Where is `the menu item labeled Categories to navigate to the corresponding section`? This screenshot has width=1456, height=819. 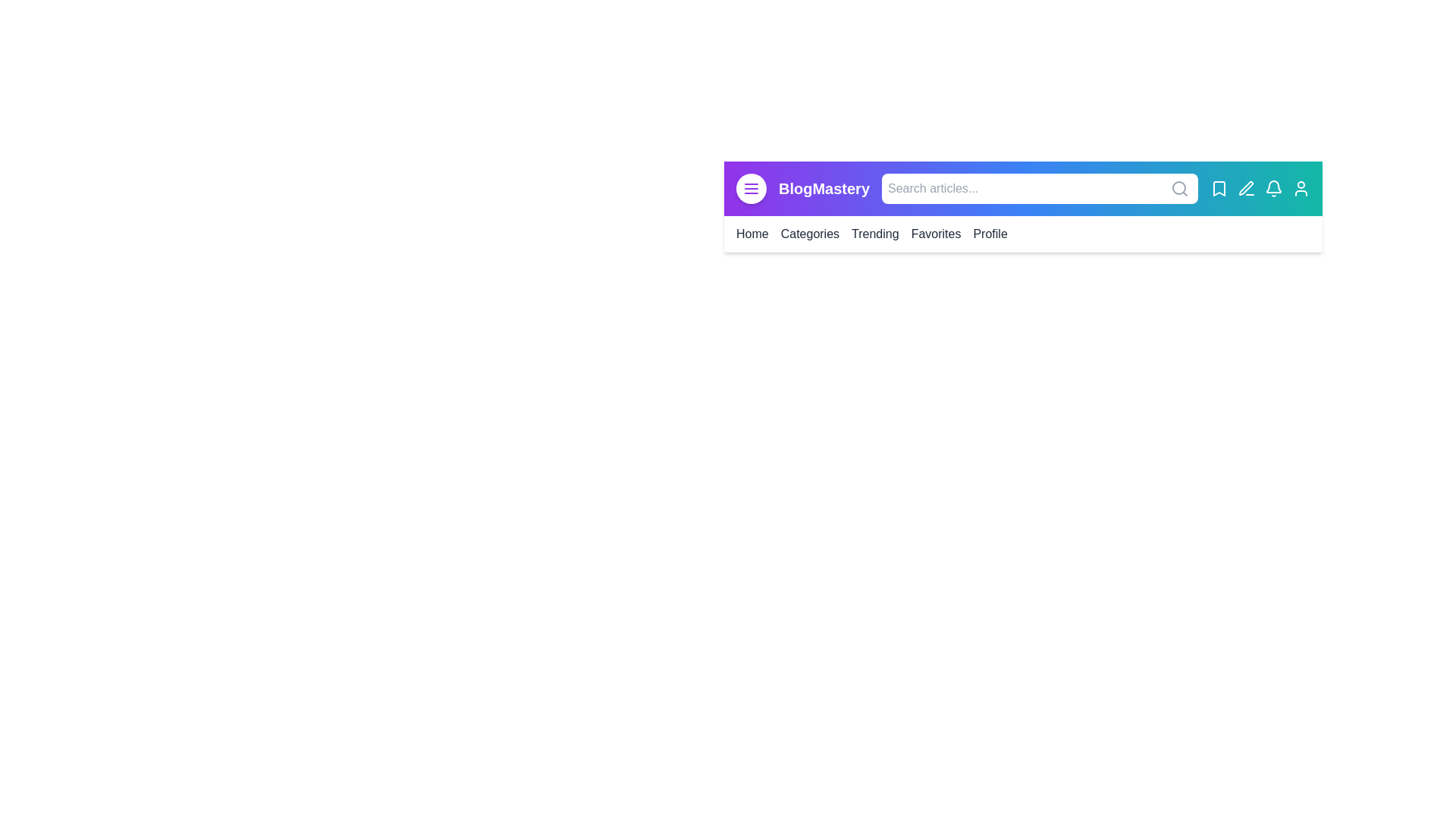 the menu item labeled Categories to navigate to the corresponding section is located at coordinates (809, 234).